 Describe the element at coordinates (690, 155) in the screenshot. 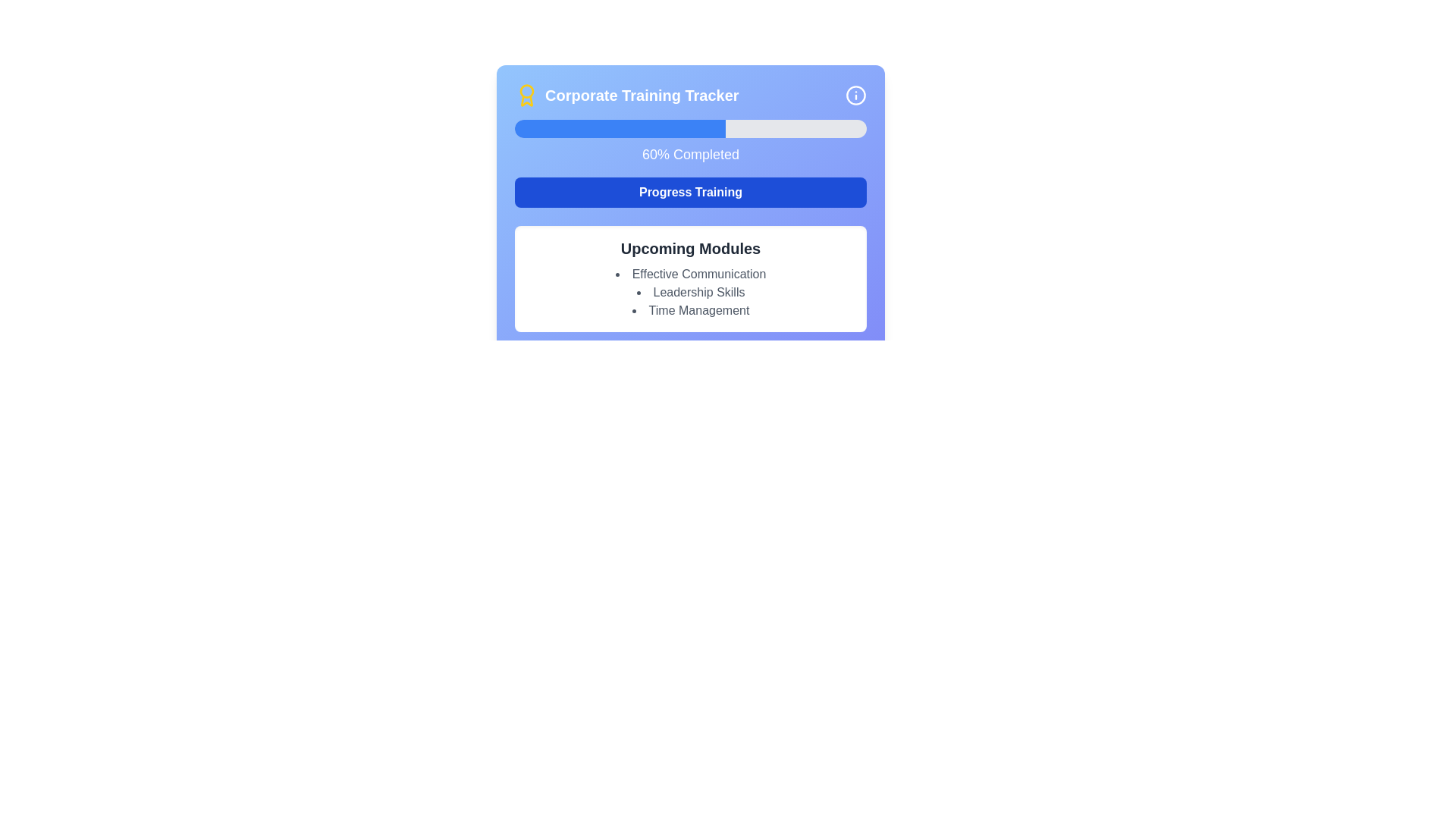

I see `the Text Label that displays the progress percentage within the 'Corporate Training Tracker' card layout, positioned between the progress bar and the 'Progress Training' button` at that location.